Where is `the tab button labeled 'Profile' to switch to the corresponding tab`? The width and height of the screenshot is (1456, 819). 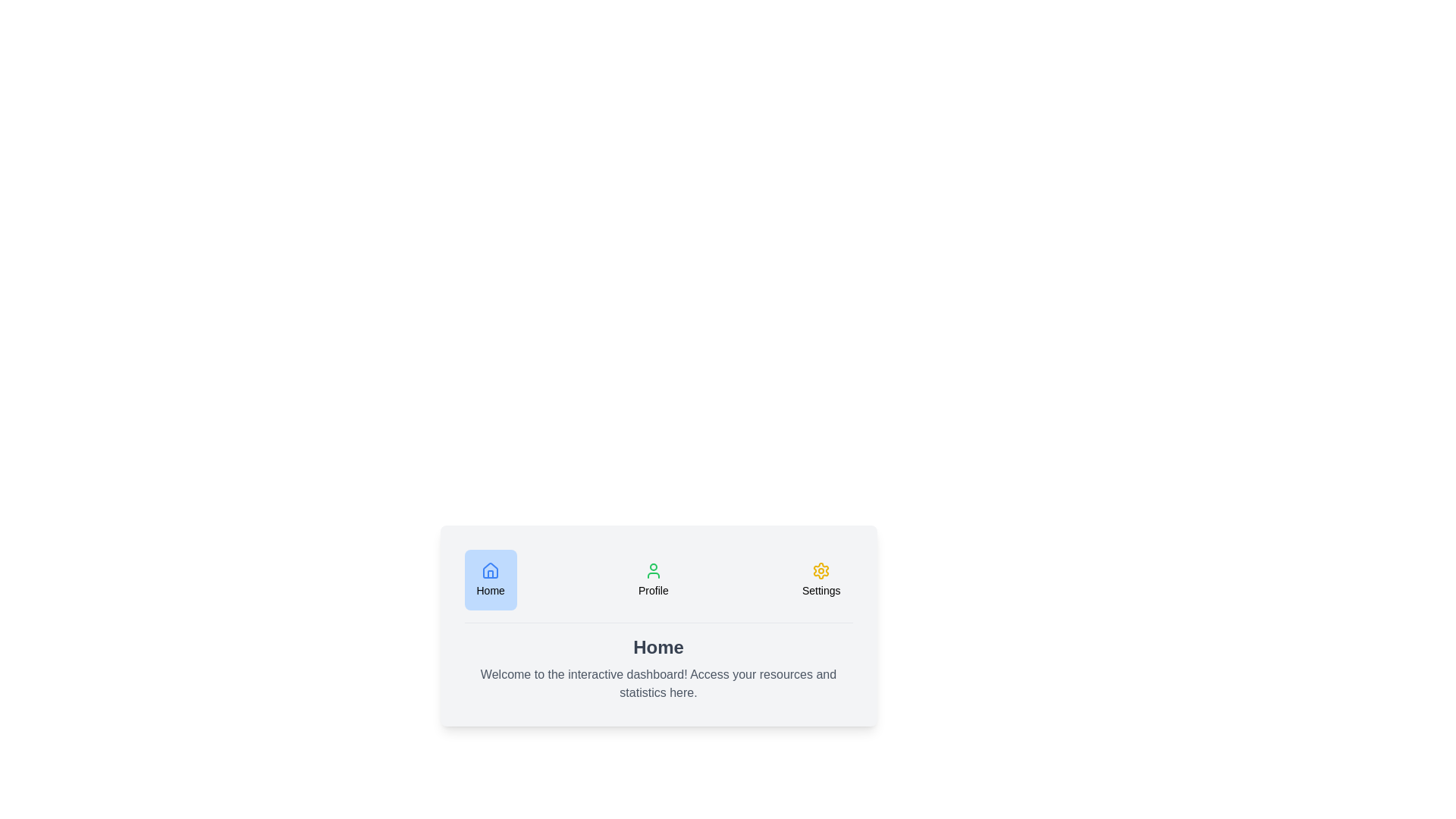 the tab button labeled 'Profile' to switch to the corresponding tab is located at coordinates (653, 579).